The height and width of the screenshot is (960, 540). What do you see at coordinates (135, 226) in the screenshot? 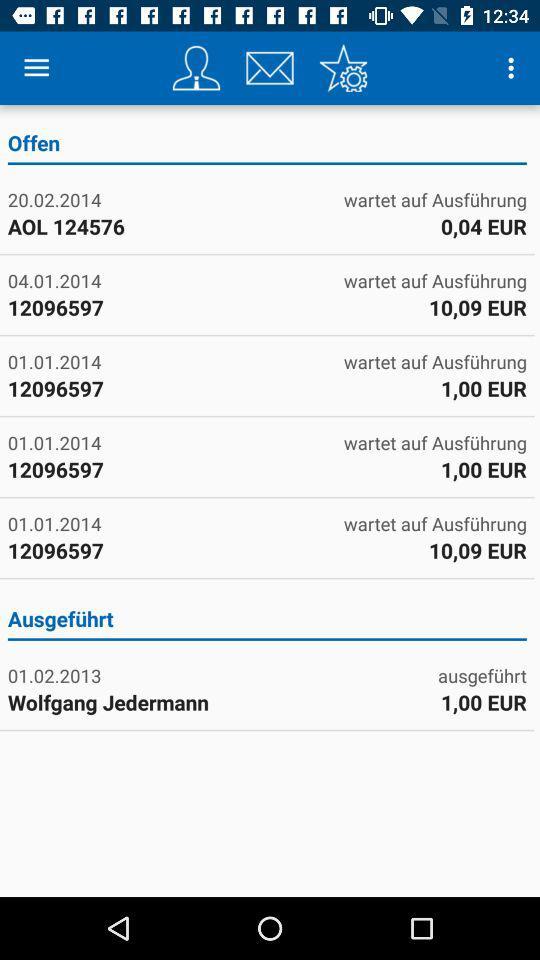
I see `aol 124576 item` at bounding box center [135, 226].